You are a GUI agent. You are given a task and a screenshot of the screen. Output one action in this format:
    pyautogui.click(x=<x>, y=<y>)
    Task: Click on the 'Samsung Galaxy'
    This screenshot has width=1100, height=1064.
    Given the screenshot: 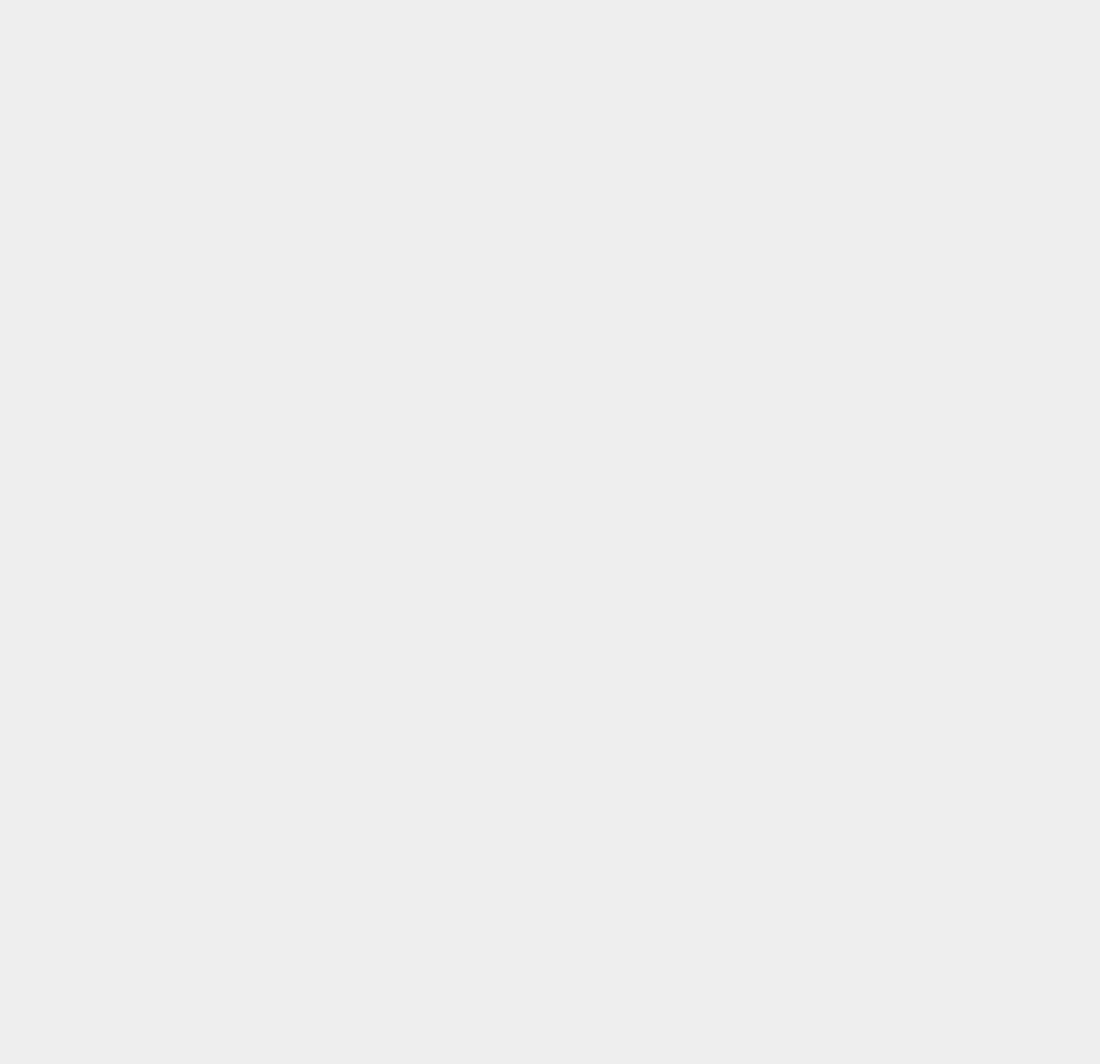 What is the action you would take?
    pyautogui.click(x=778, y=963)
    